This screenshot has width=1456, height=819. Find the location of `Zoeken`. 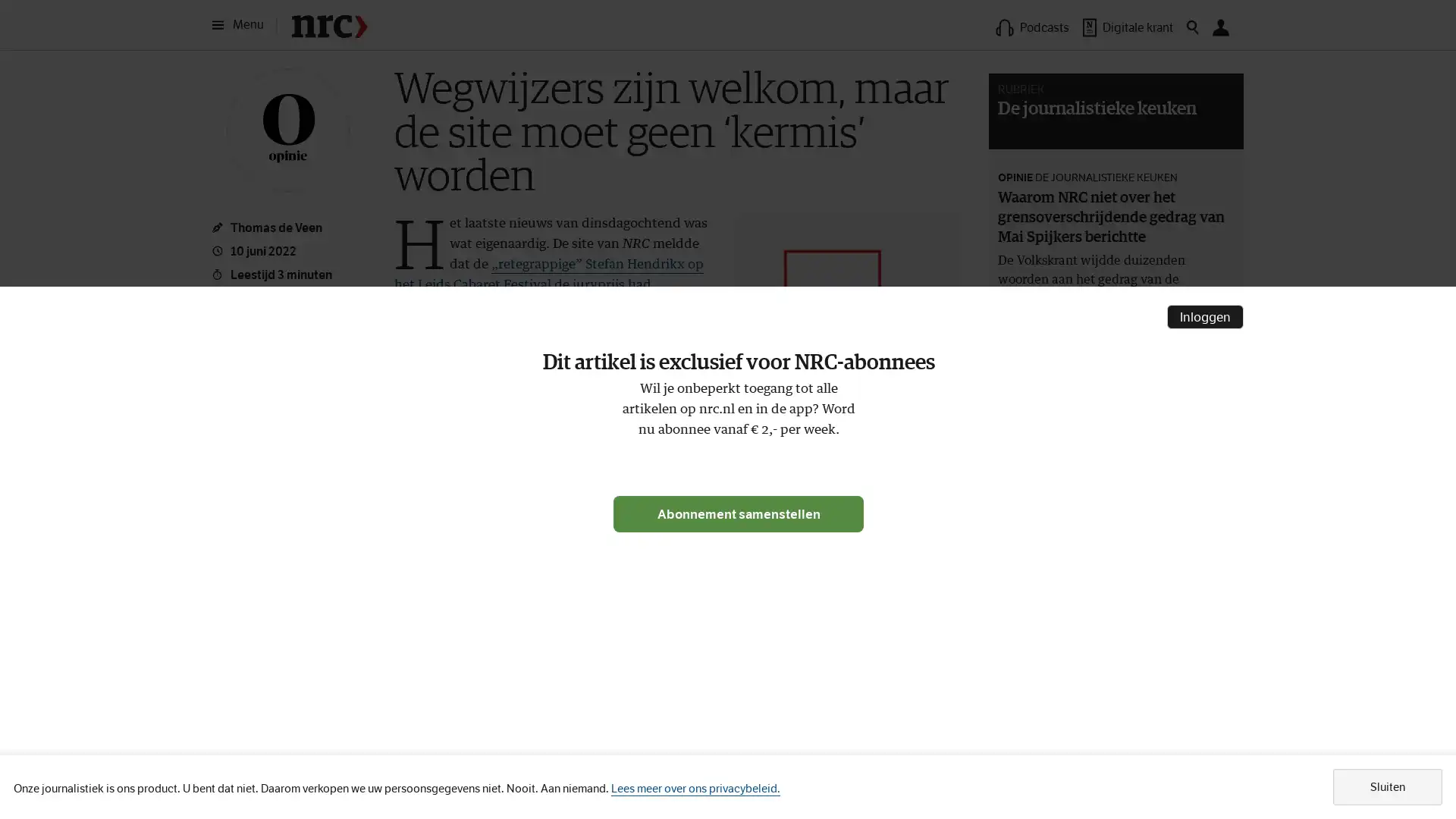

Zoeken is located at coordinates (1192, 27).